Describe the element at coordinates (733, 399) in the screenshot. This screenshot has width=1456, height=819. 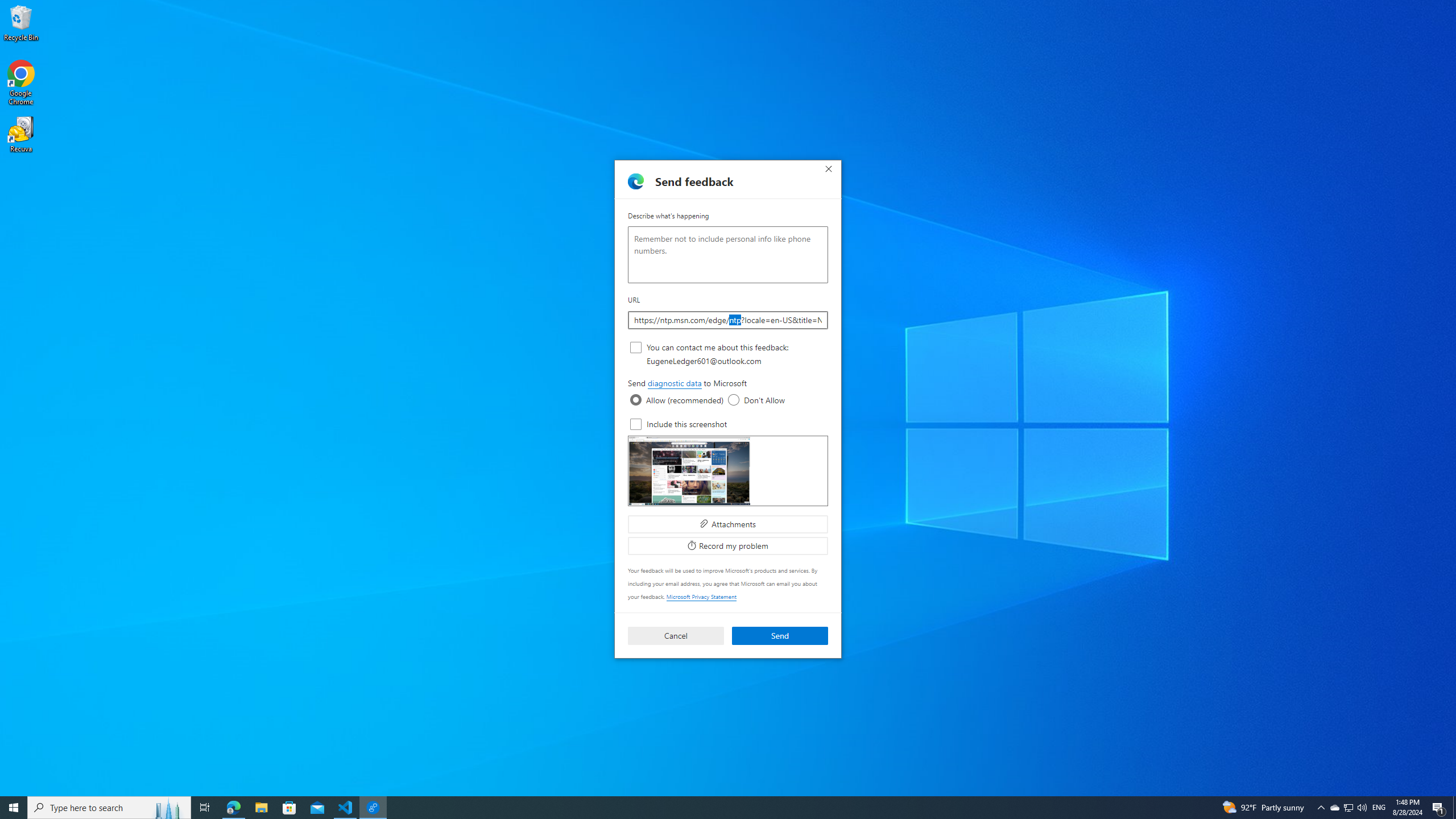
I see `'diagnostic data'` at that location.